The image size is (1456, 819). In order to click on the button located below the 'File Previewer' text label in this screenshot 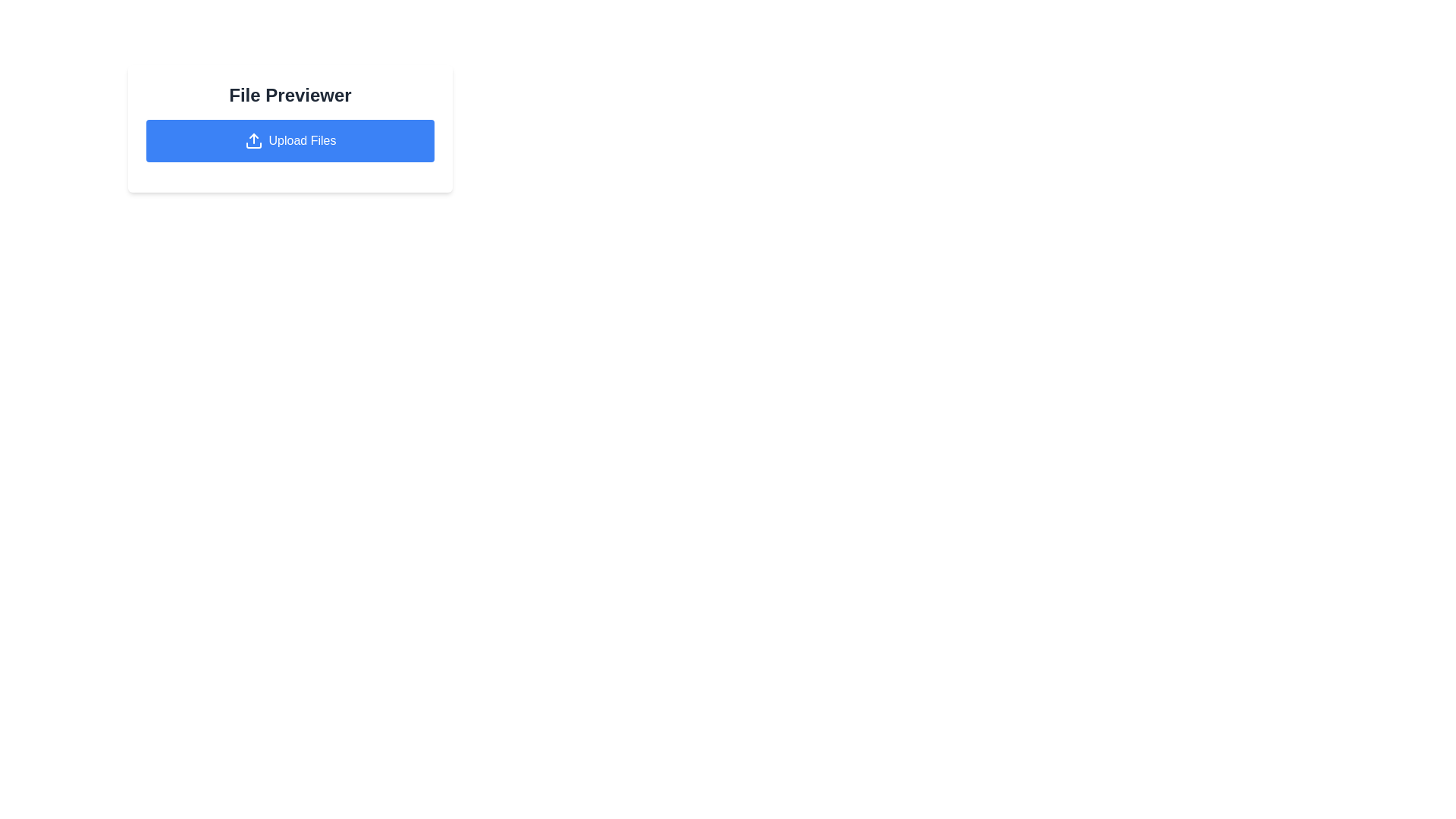, I will do `click(290, 140)`.